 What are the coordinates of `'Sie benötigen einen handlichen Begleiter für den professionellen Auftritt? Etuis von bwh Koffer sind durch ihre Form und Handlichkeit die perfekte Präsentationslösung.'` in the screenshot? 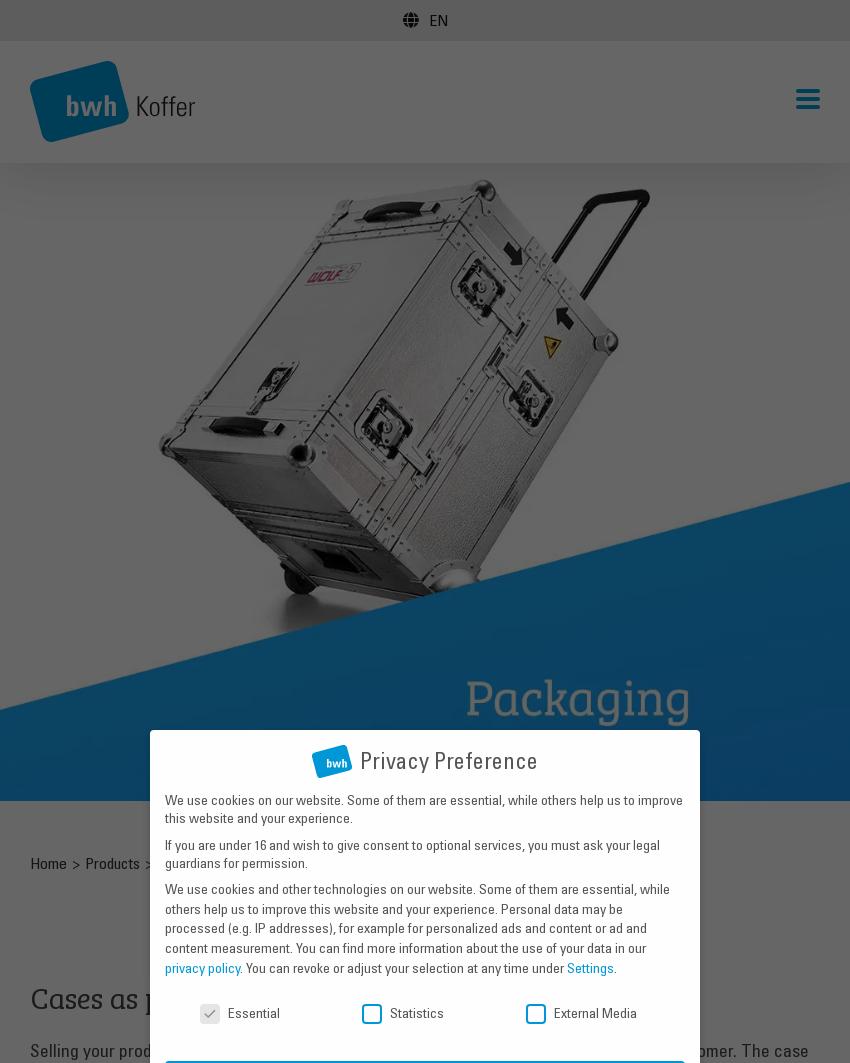 It's located at (435, 144).